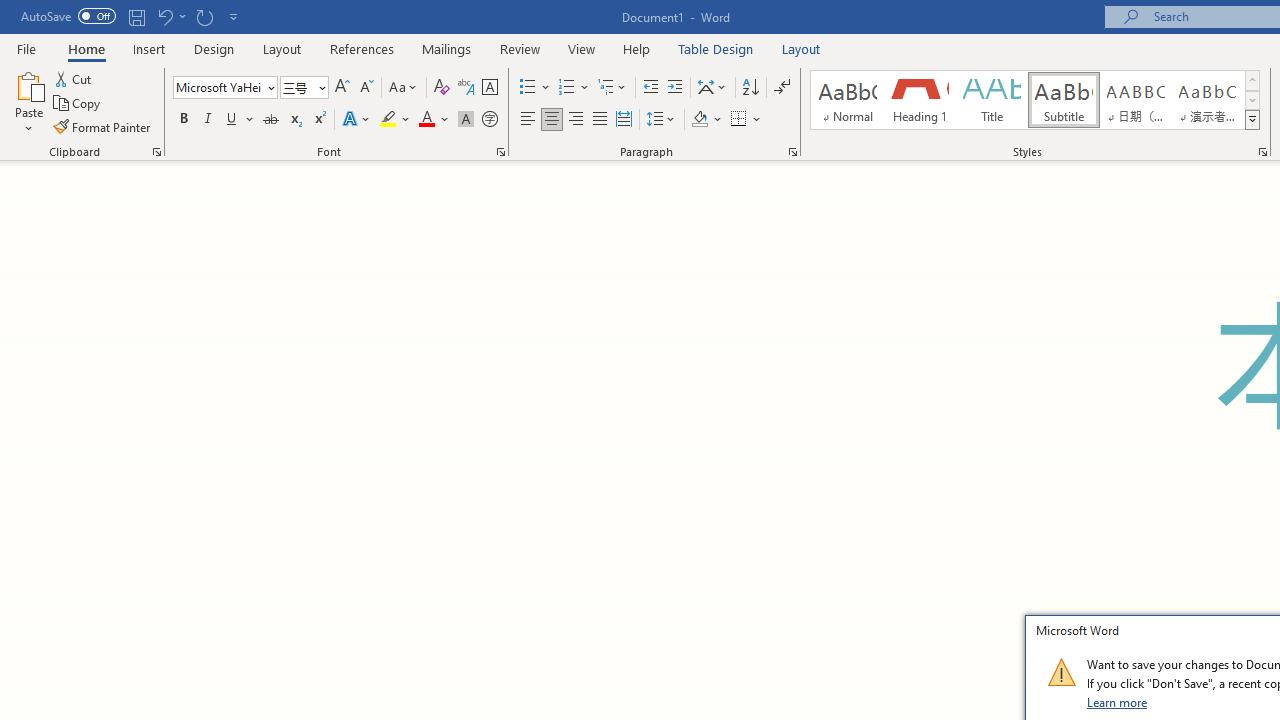 This screenshot has height=720, width=1280. Describe the element at coordinates (78, 103) in the screenshot. I see `'Copy'` at that location.